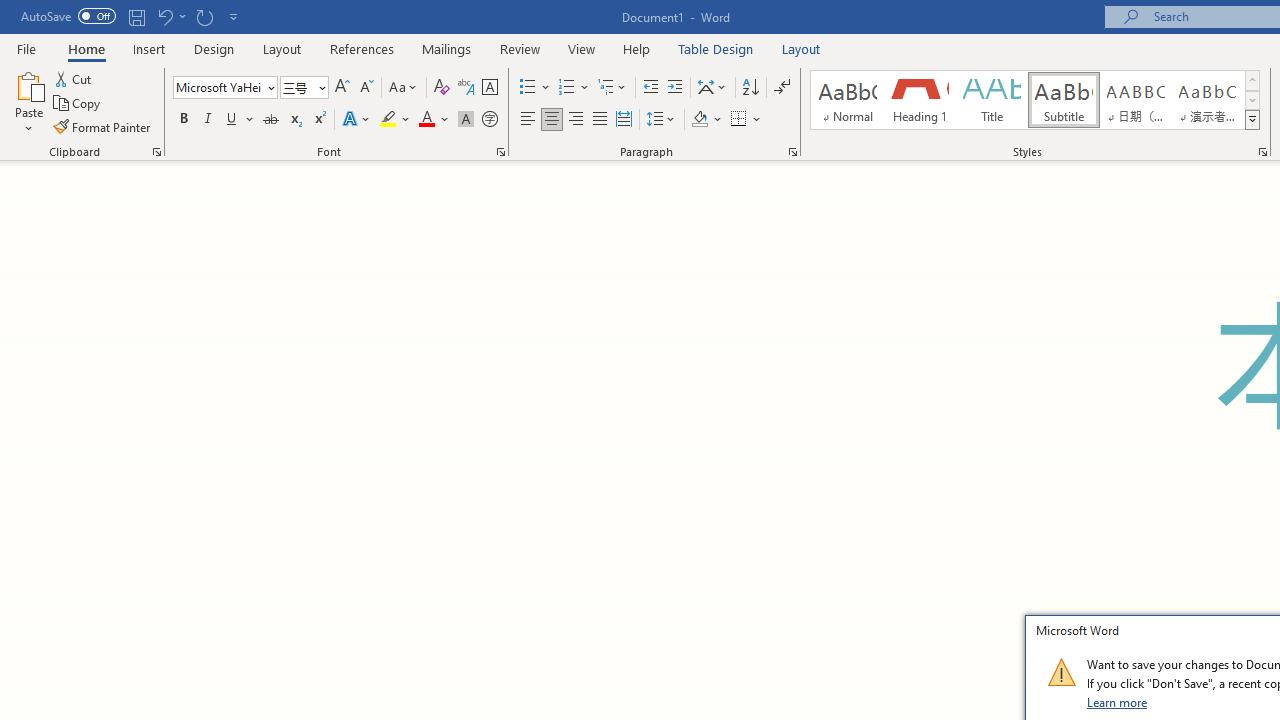 This screenshot has height=720, width=1280. Describe the element at coordinates (78, 103) in the screenshot. I see `'Copy'` at that location.